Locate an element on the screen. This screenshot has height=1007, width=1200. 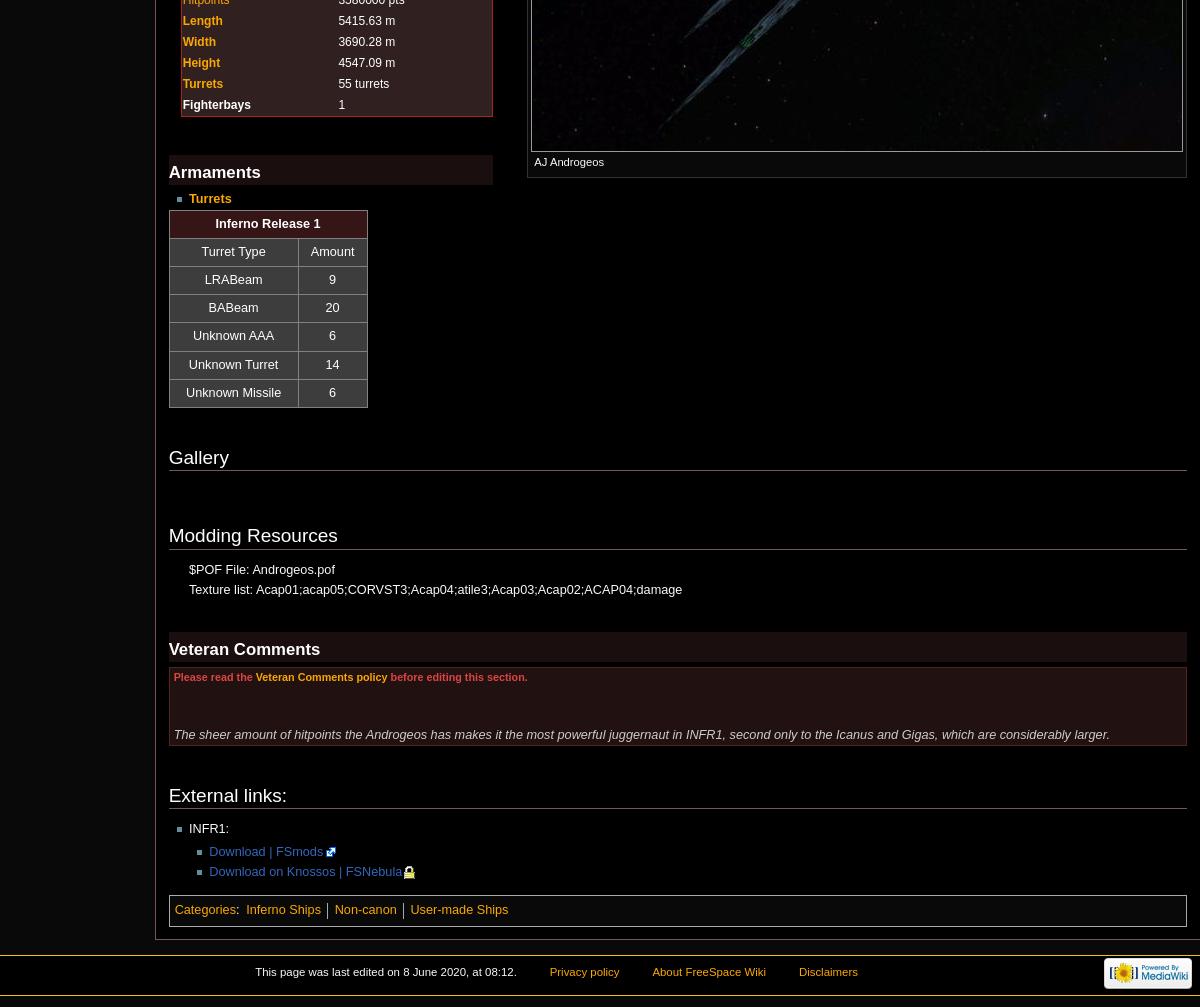
'User-made Ships' is located at coordinates (458, 909).